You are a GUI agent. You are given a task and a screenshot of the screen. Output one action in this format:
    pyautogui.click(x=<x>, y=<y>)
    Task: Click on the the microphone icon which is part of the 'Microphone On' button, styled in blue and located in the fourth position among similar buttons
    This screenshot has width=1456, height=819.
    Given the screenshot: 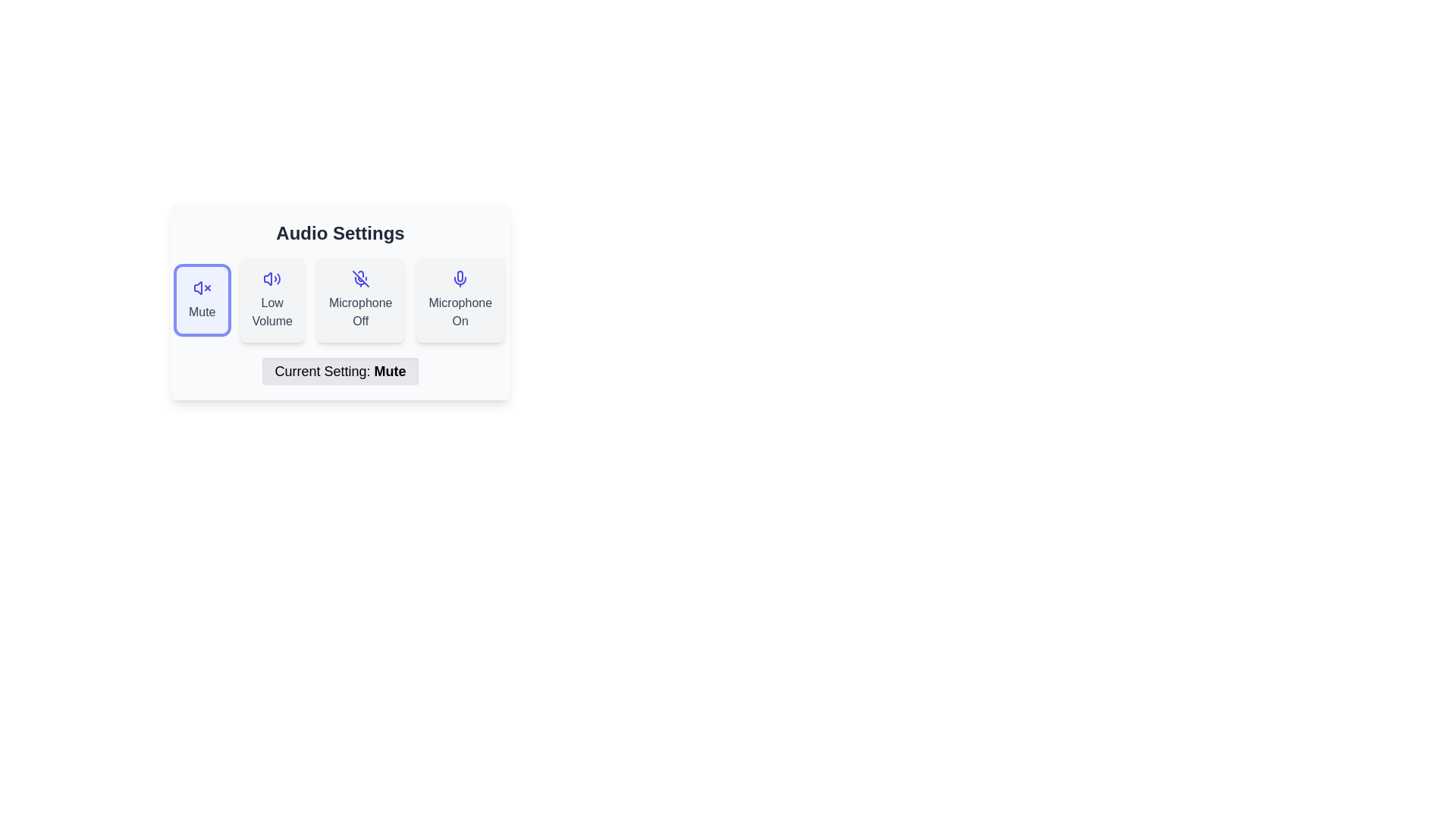 What is the action you would take?
    pyautogui.click(x=460, y=278)
    